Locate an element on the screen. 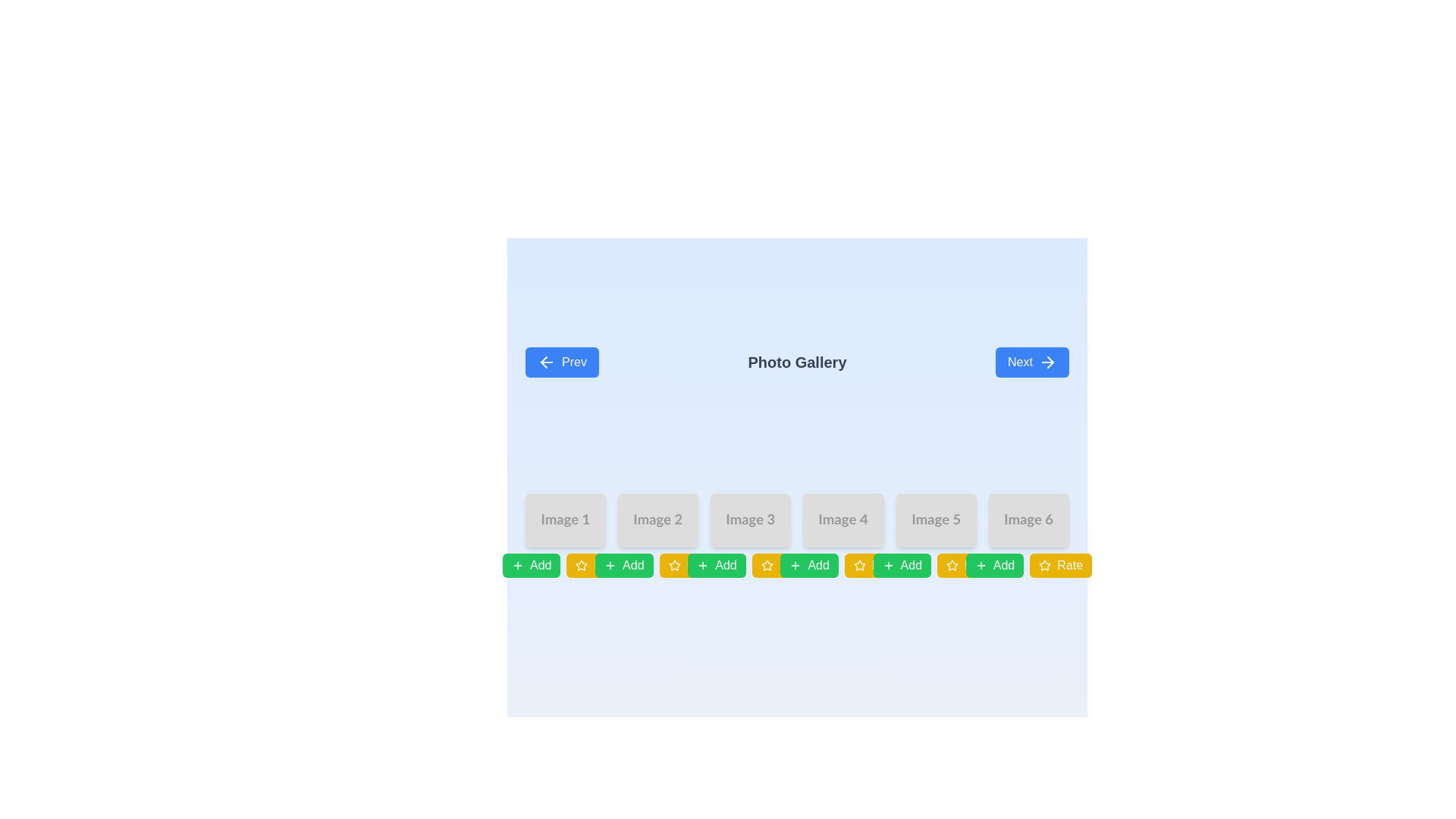 The width and height of the screenshot is (1456, 819). the star-shaped icon with a yellow fill and bold outline, which is part of the 'Rate' button in the interactive toolbar is located at coordinates (581, 565).